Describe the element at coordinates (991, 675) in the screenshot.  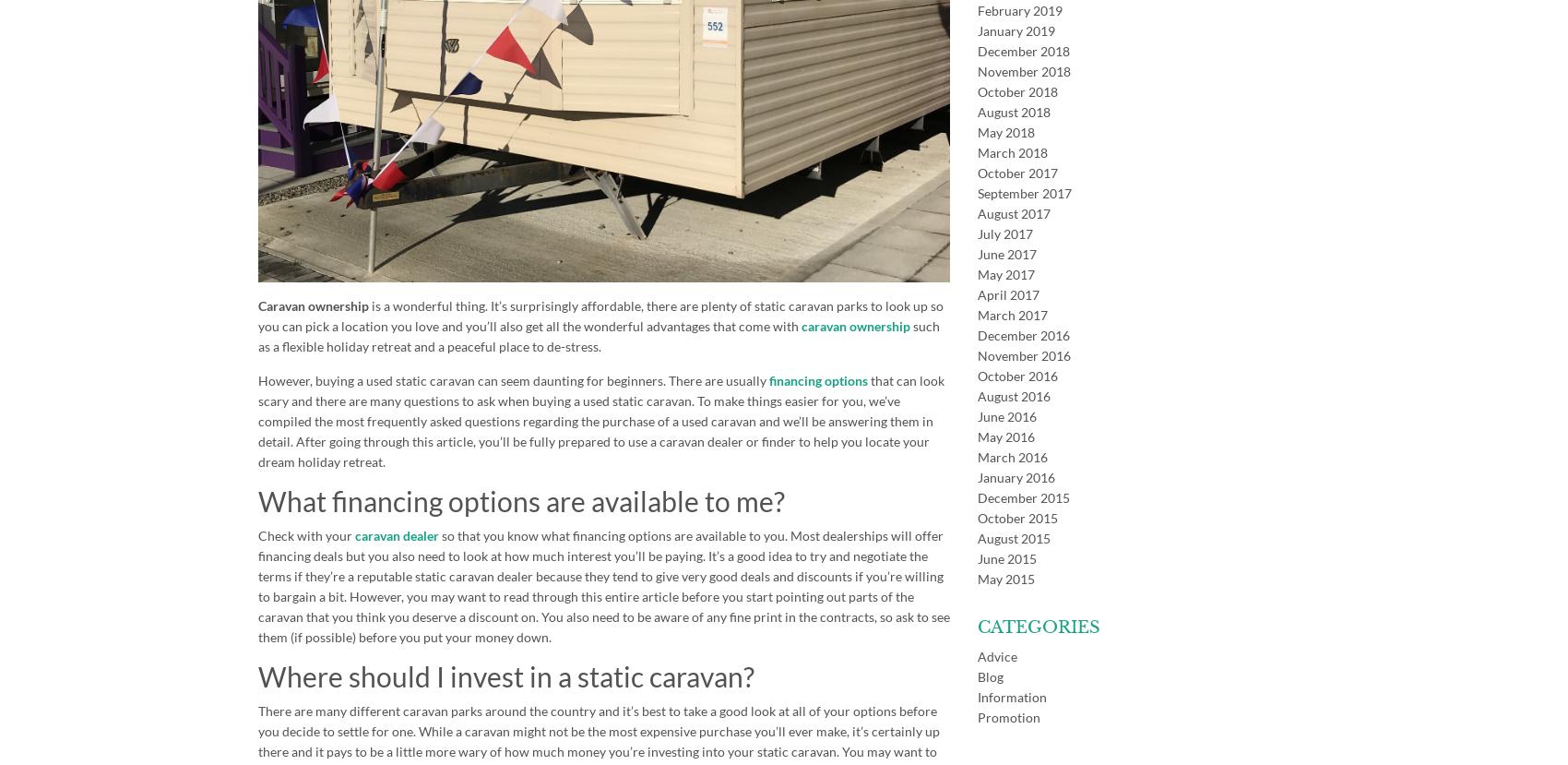
I see `'Blog'` at that location.